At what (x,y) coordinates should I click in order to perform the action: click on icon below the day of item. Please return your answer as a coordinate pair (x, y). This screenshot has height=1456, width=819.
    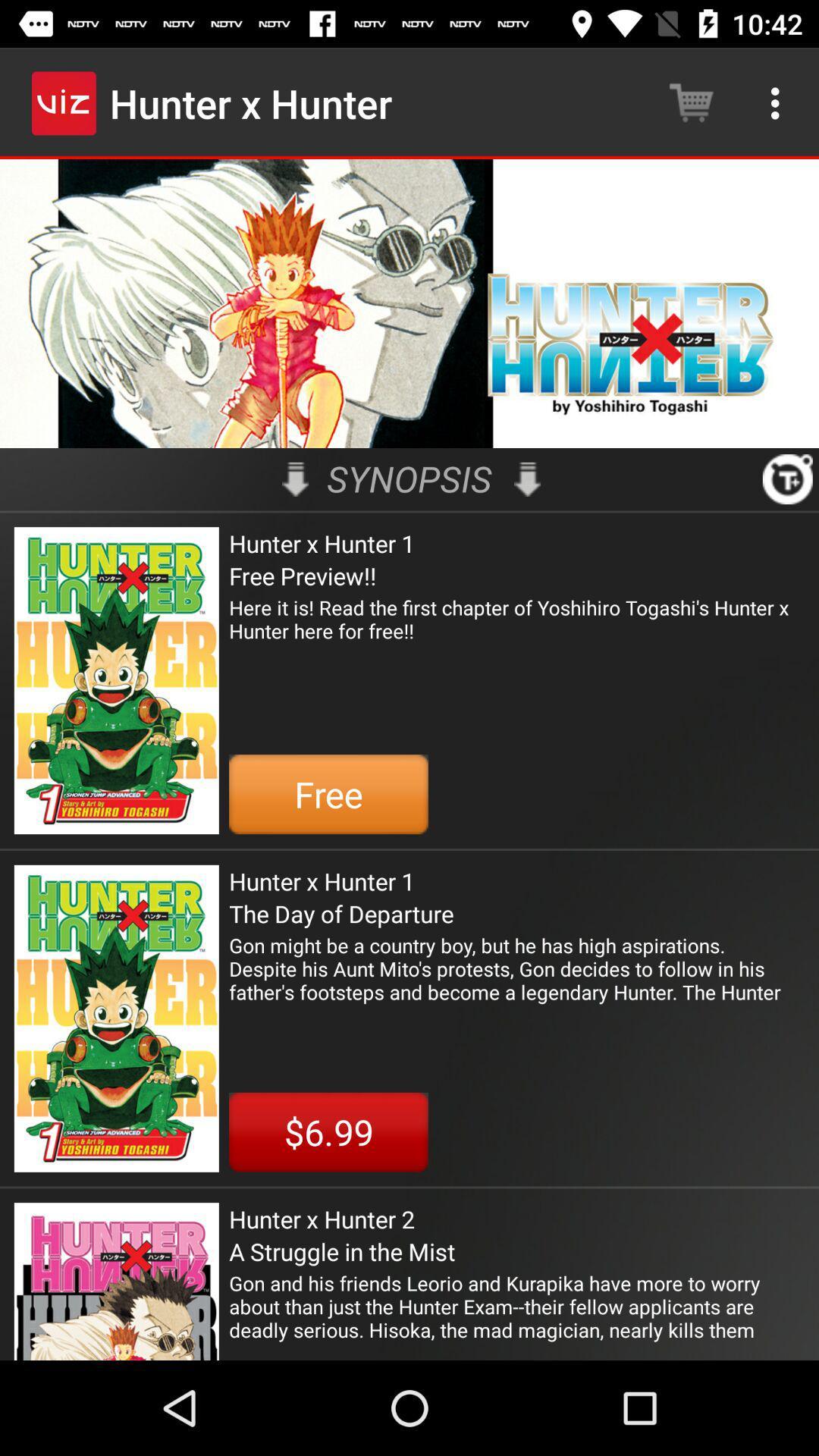
    Looking at the image, I should click on (516, 968).